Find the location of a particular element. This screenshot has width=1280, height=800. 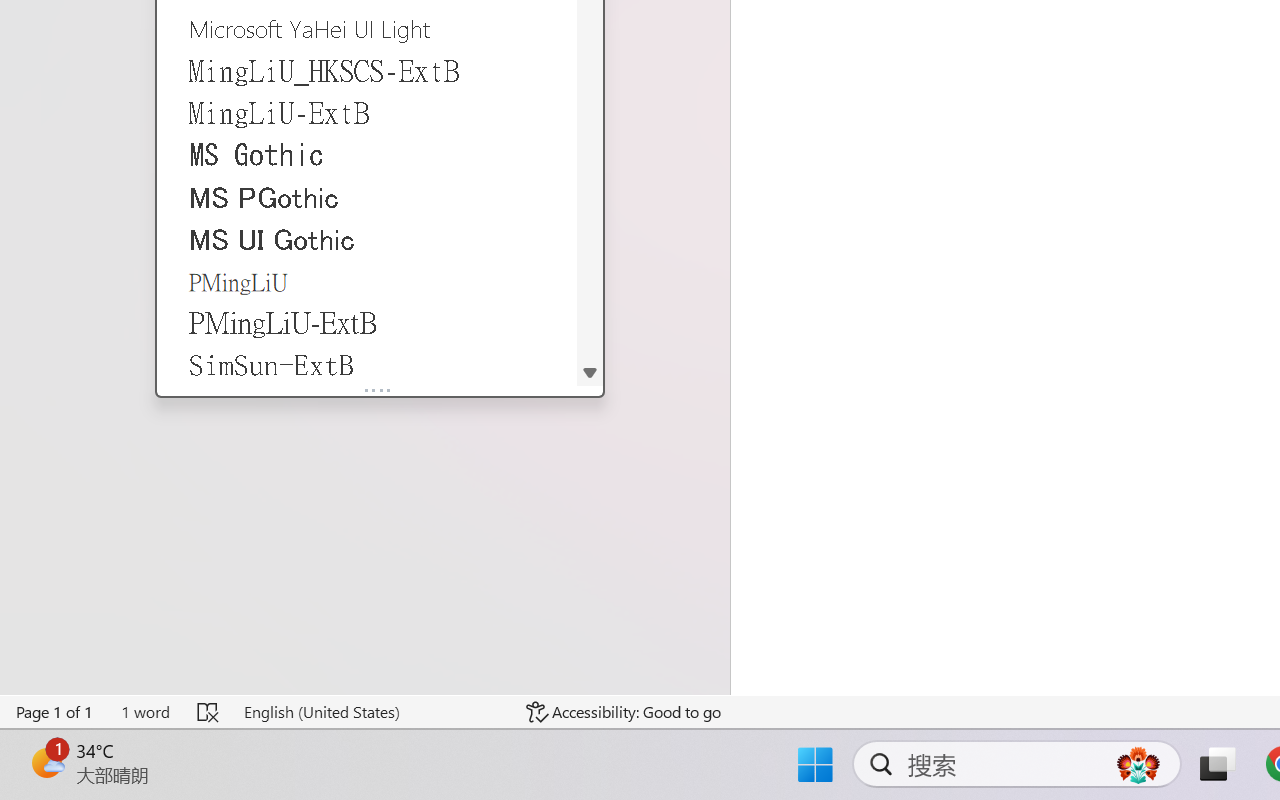

'Spelling and Grammar Check Errors' is located at coordinates (209, 711).